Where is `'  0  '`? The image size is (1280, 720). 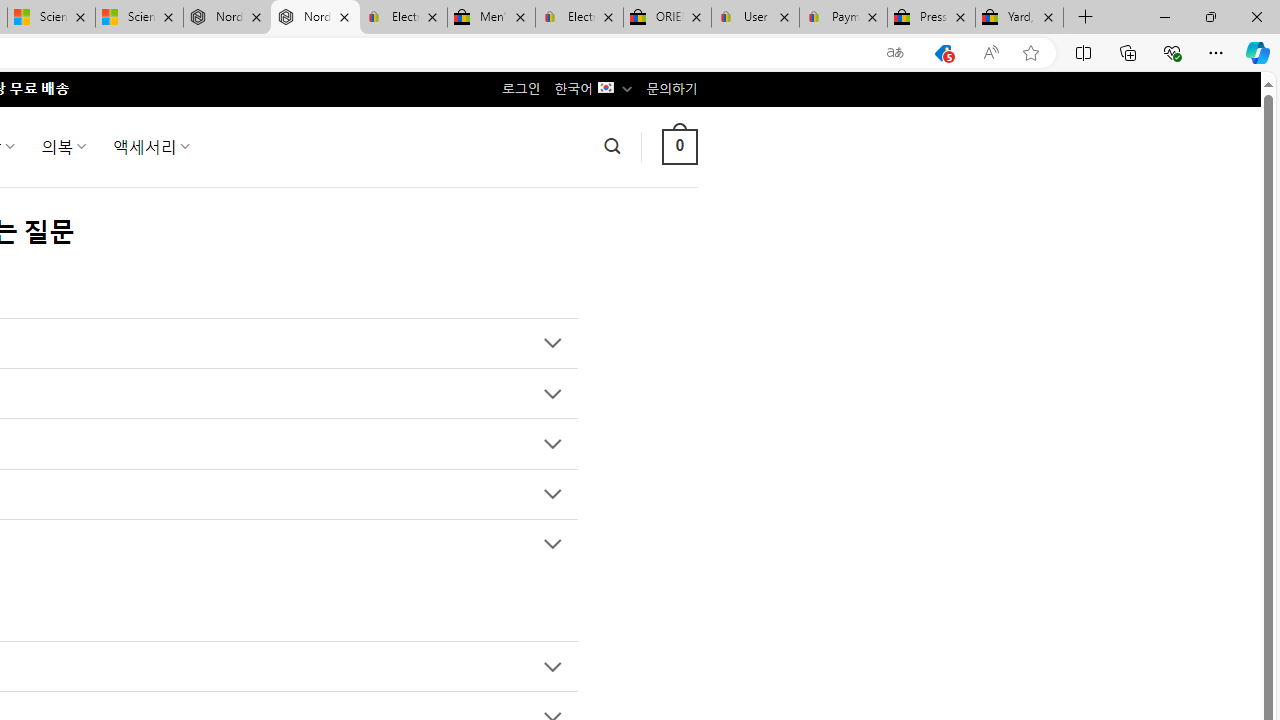 '  0  ' is located at coordinates (679, 145).